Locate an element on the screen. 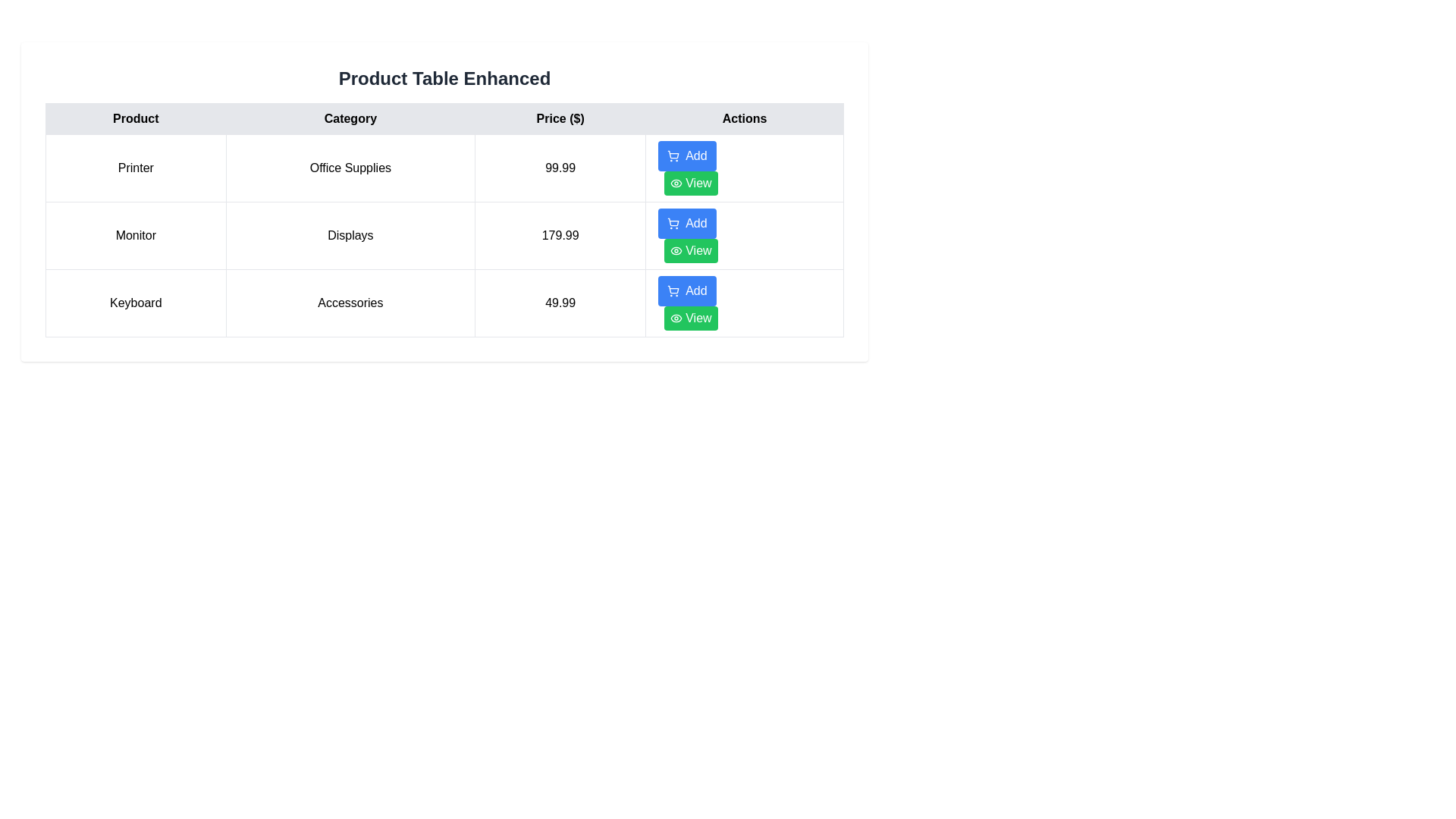 Image resolution: width=1456 pixels, height=819 pixels. the 'Product' text label is located at coordinates (136, 236).